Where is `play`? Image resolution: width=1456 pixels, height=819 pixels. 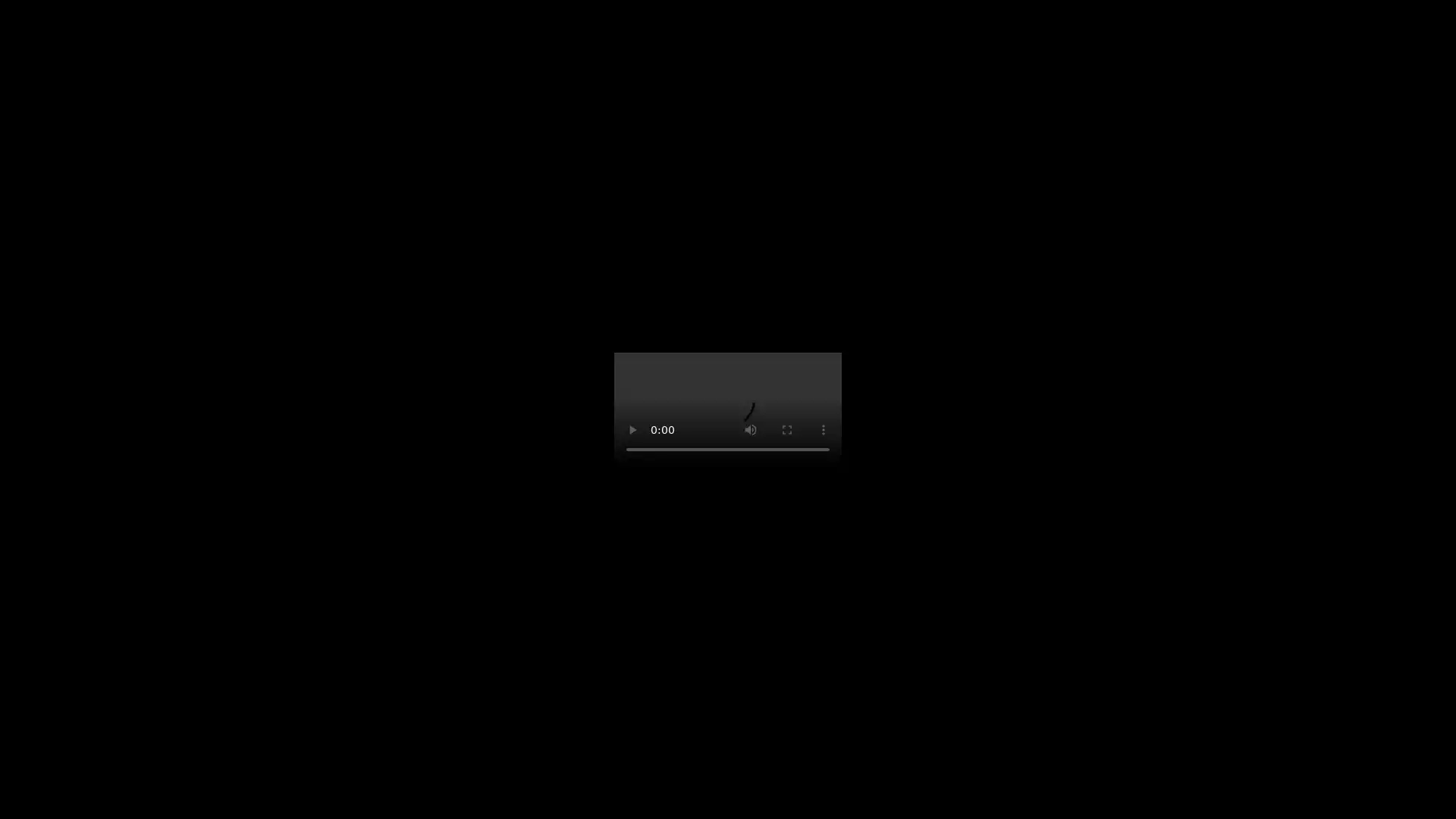 play is located at coordinates (632, 430).